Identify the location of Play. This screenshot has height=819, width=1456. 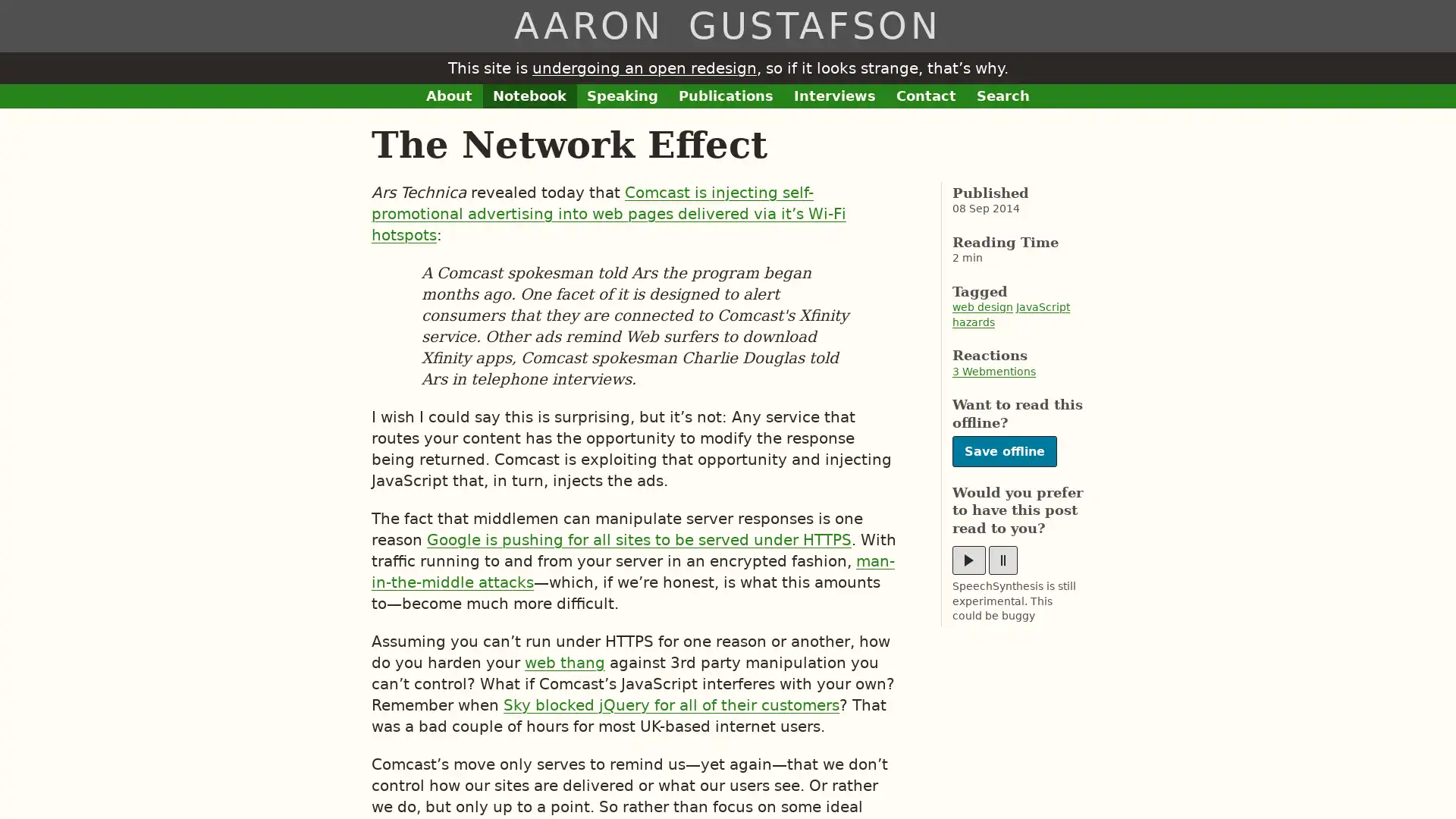
(968, 560).